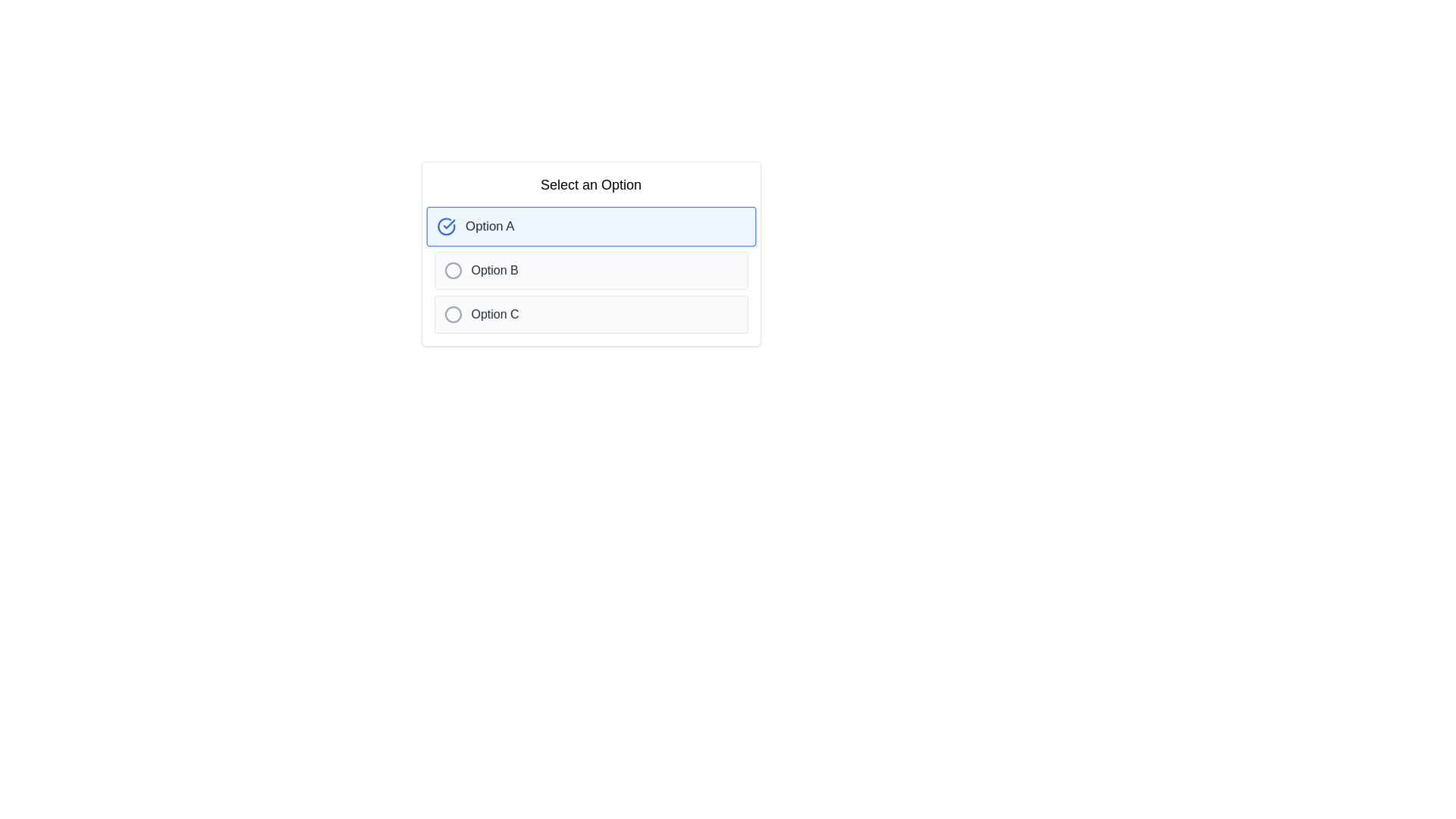 The height and width of the screenshot is (819, 1456). What do you see at coordinates (445, 227) in the screenshot?
I see `the circular icon with a blue outline and checkmark symbol, which is located to the left of the text label 'Option A', to interact with it` at bounding box center [445, 227].